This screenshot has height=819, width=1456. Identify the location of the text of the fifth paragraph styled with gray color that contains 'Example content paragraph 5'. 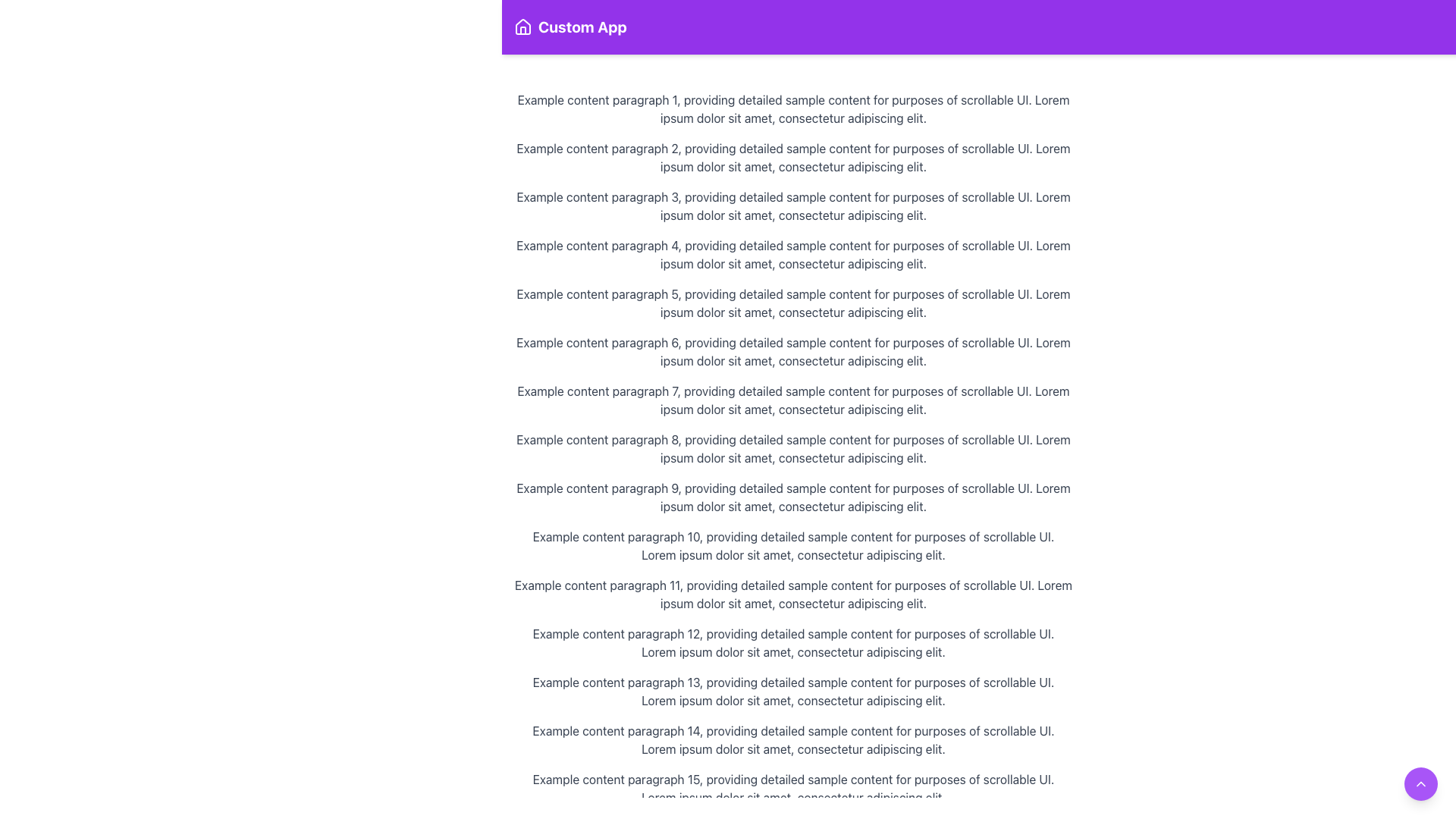
(792, 303).